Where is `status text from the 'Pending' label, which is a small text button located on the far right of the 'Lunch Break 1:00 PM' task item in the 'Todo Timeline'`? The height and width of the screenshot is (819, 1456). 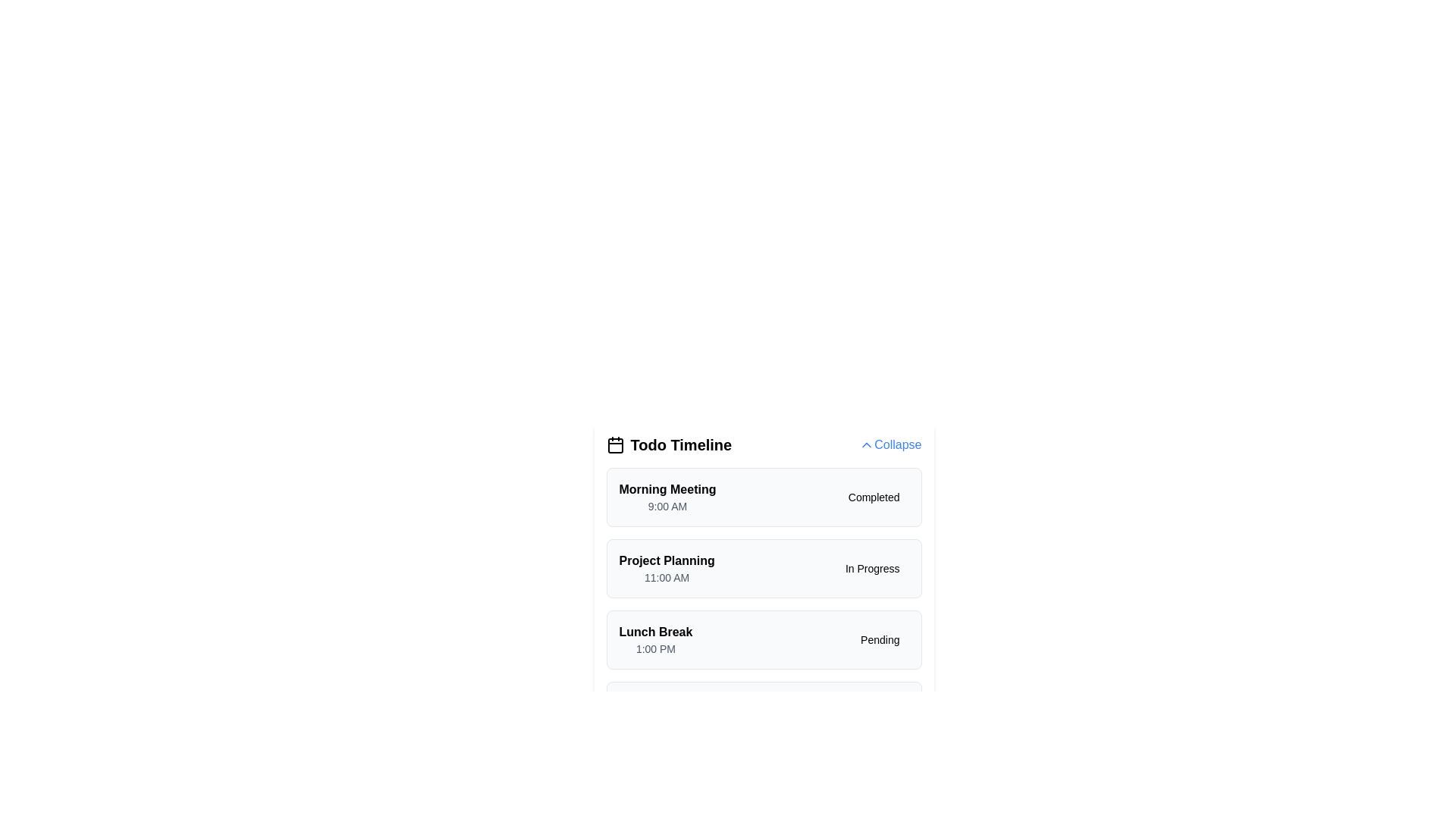 status text from the 'Pending' label, which is a small text button located on the far right of the 'Lunch Break 1:00 PM' task item in the 'Todo Timeline' is located at coordinates (880, 640).